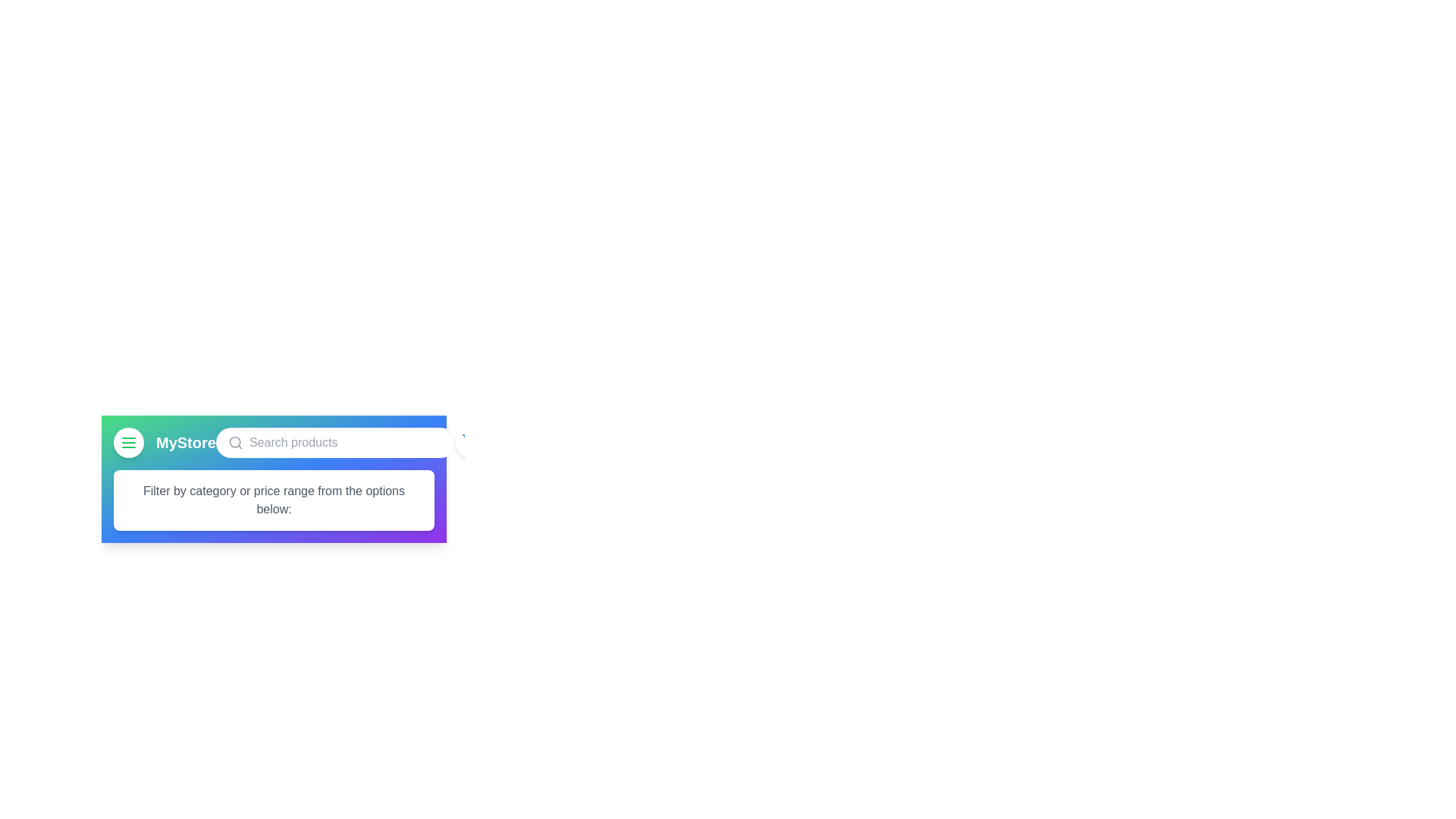 Image resolution: width=1456 pixels, height=819 pixels. Describe the element at coordinates (128, 442) in the screenshot. I see `menu button to open navigation options` at that location.